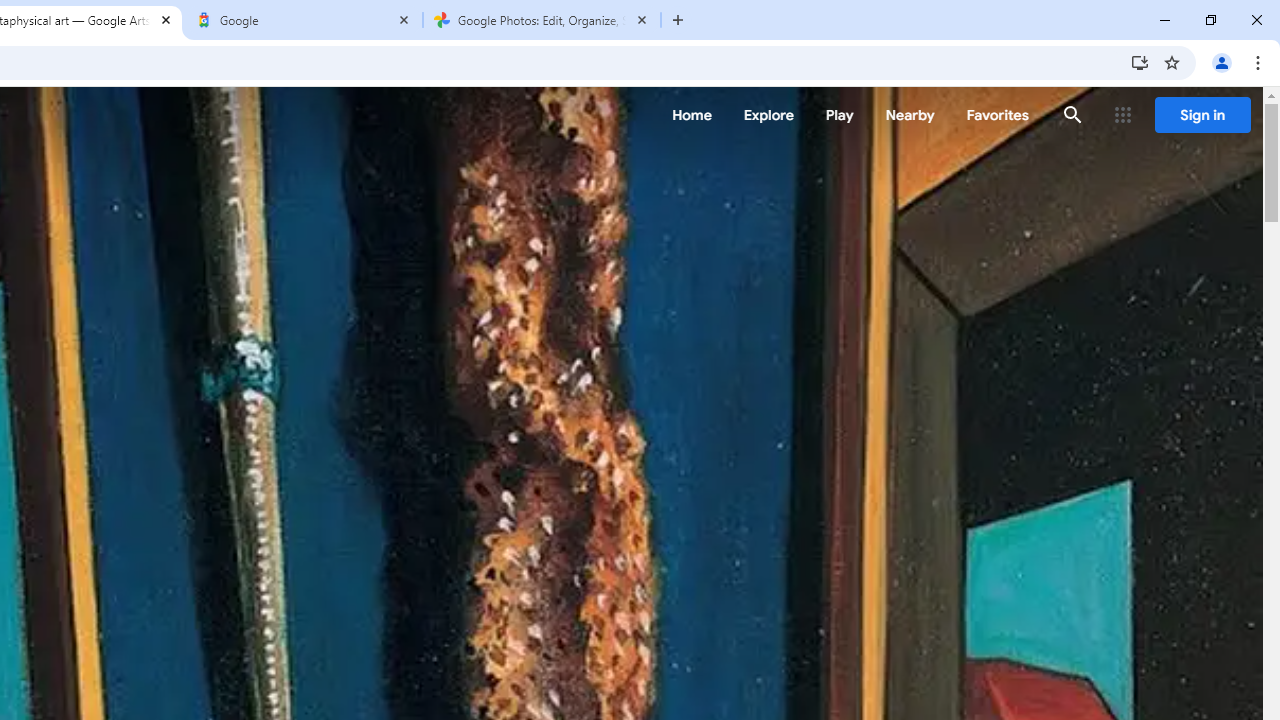  What do you see at coordinates (909, 115) in the screenshot?
I see `'Nearby'` at bounding box center [909, 115].